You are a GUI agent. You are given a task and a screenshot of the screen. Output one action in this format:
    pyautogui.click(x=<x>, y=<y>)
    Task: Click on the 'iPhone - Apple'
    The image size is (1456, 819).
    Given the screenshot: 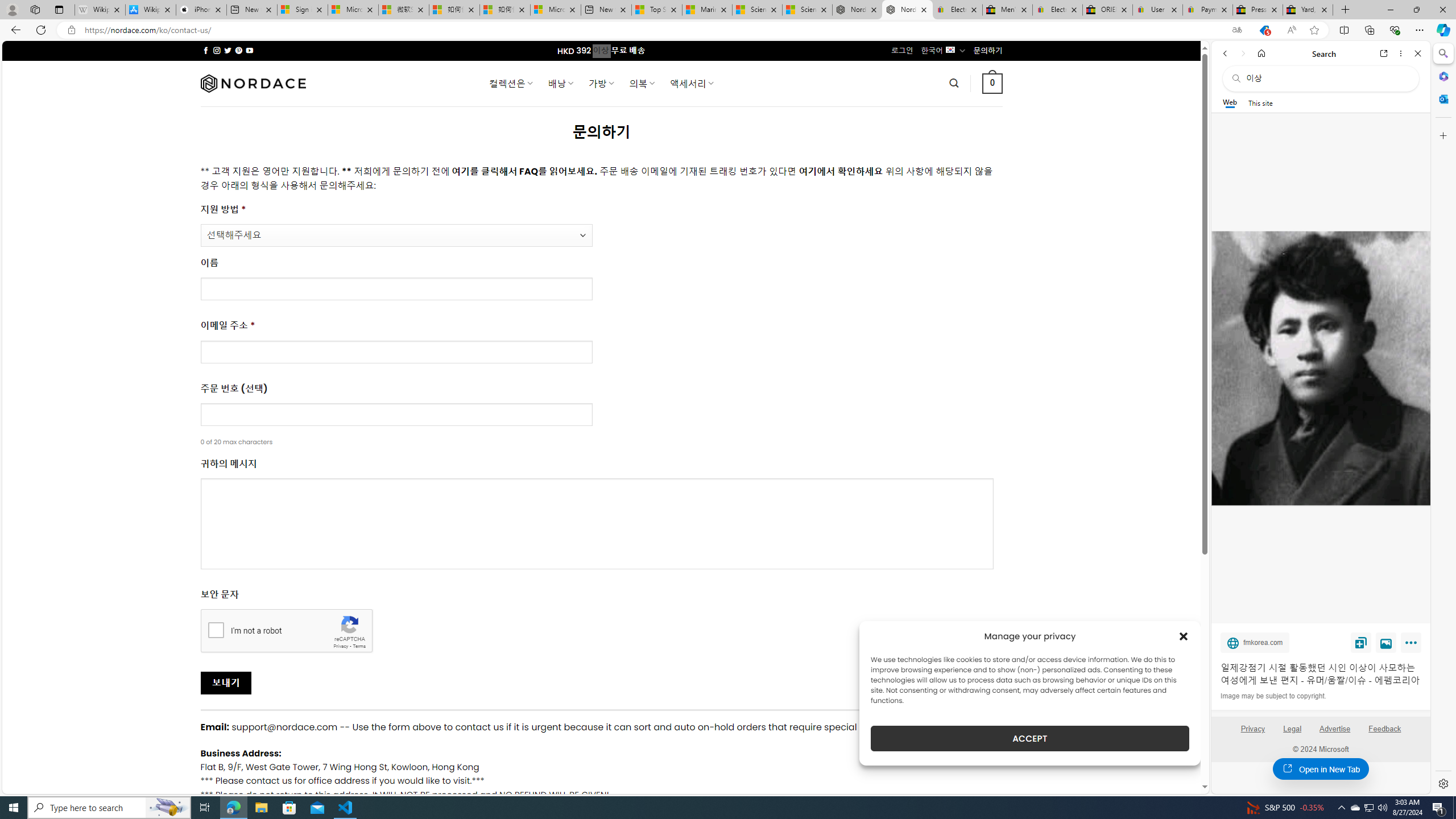 What is the action you would take?
    pyautogui.click(x=201, y=9)
    